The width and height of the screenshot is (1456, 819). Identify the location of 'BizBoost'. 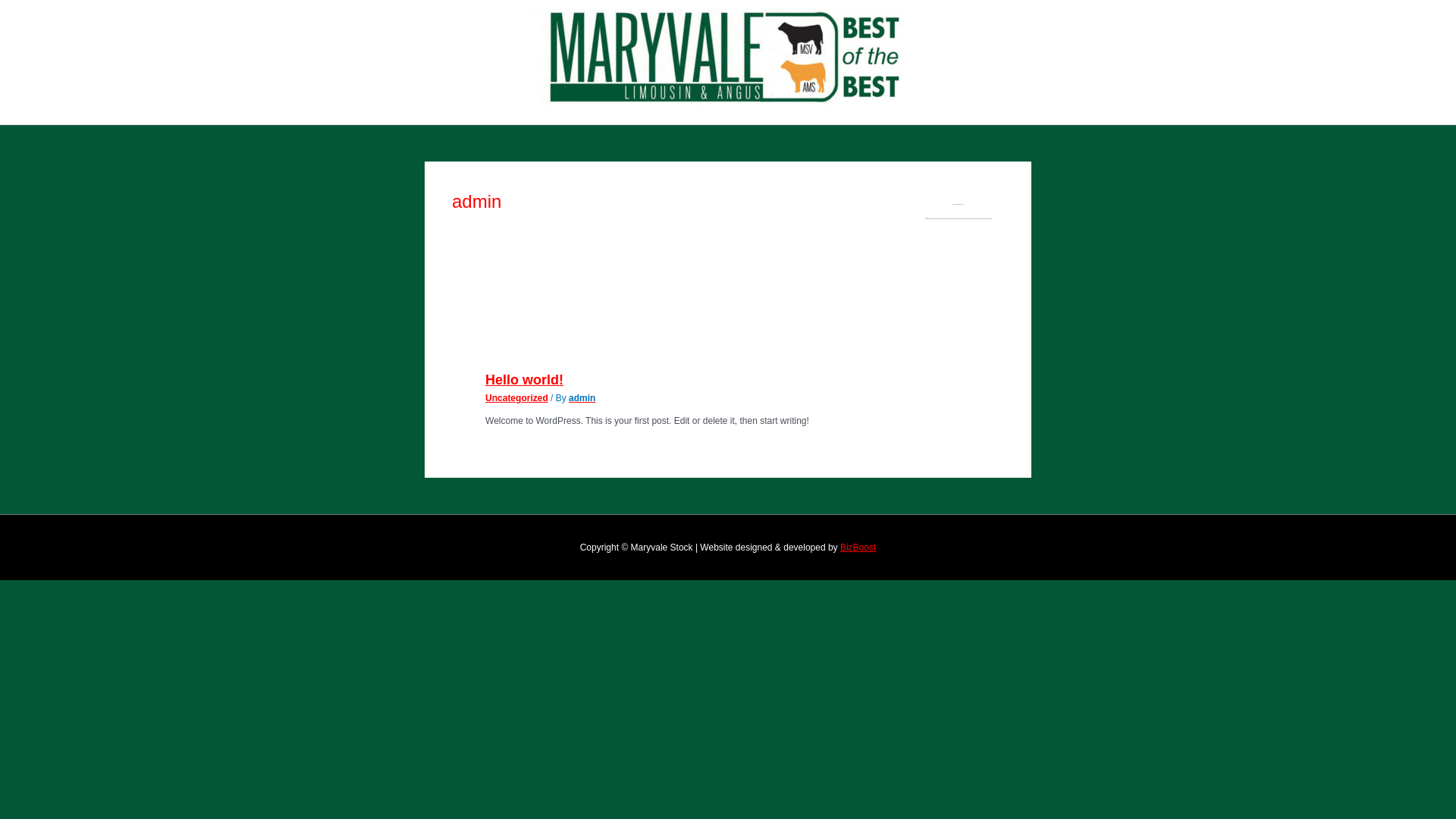
(839, 547).